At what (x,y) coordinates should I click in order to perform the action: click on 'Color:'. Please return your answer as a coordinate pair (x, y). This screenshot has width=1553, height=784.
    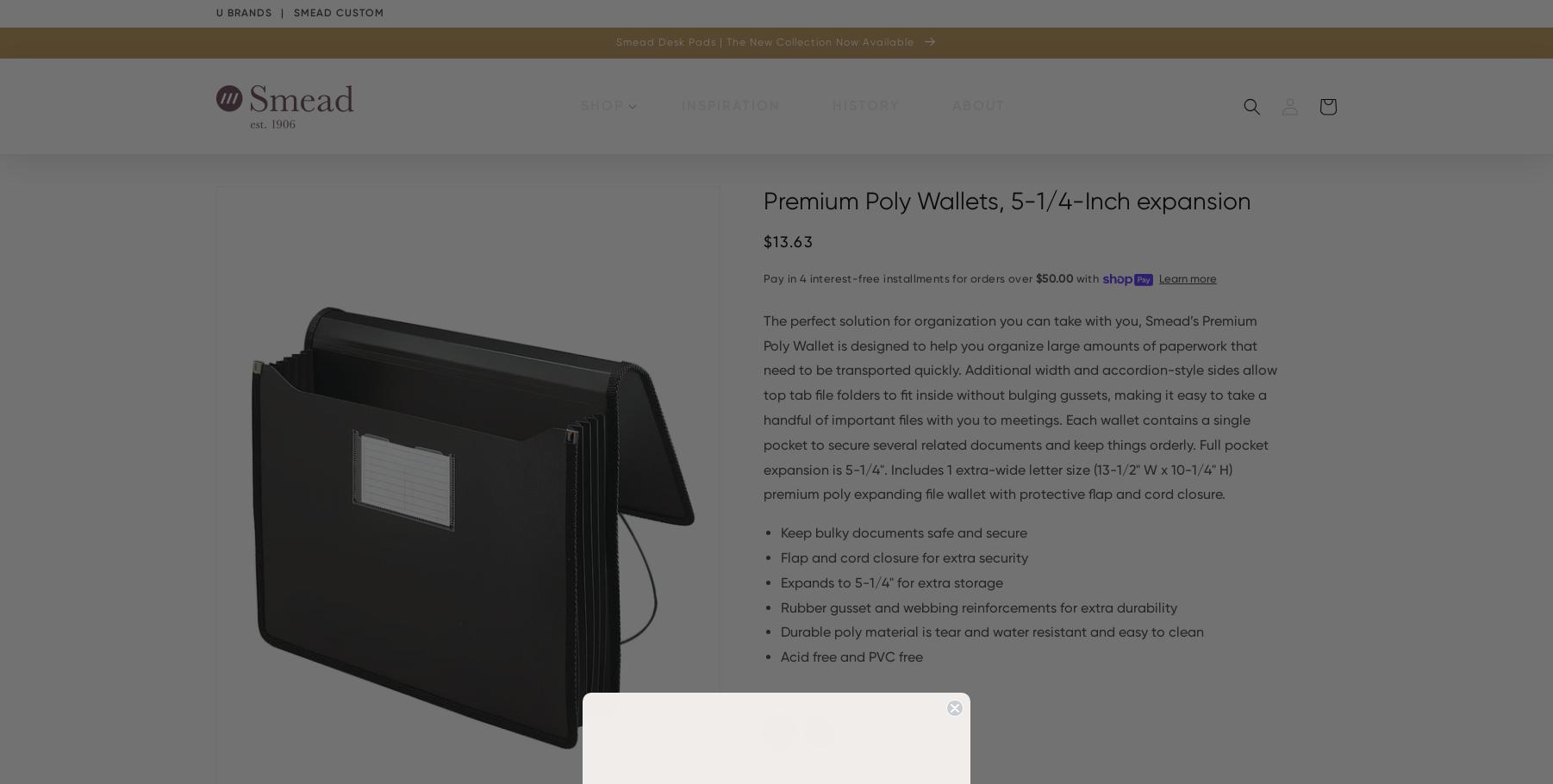
    Looking at the image, I should click on (780, 699).